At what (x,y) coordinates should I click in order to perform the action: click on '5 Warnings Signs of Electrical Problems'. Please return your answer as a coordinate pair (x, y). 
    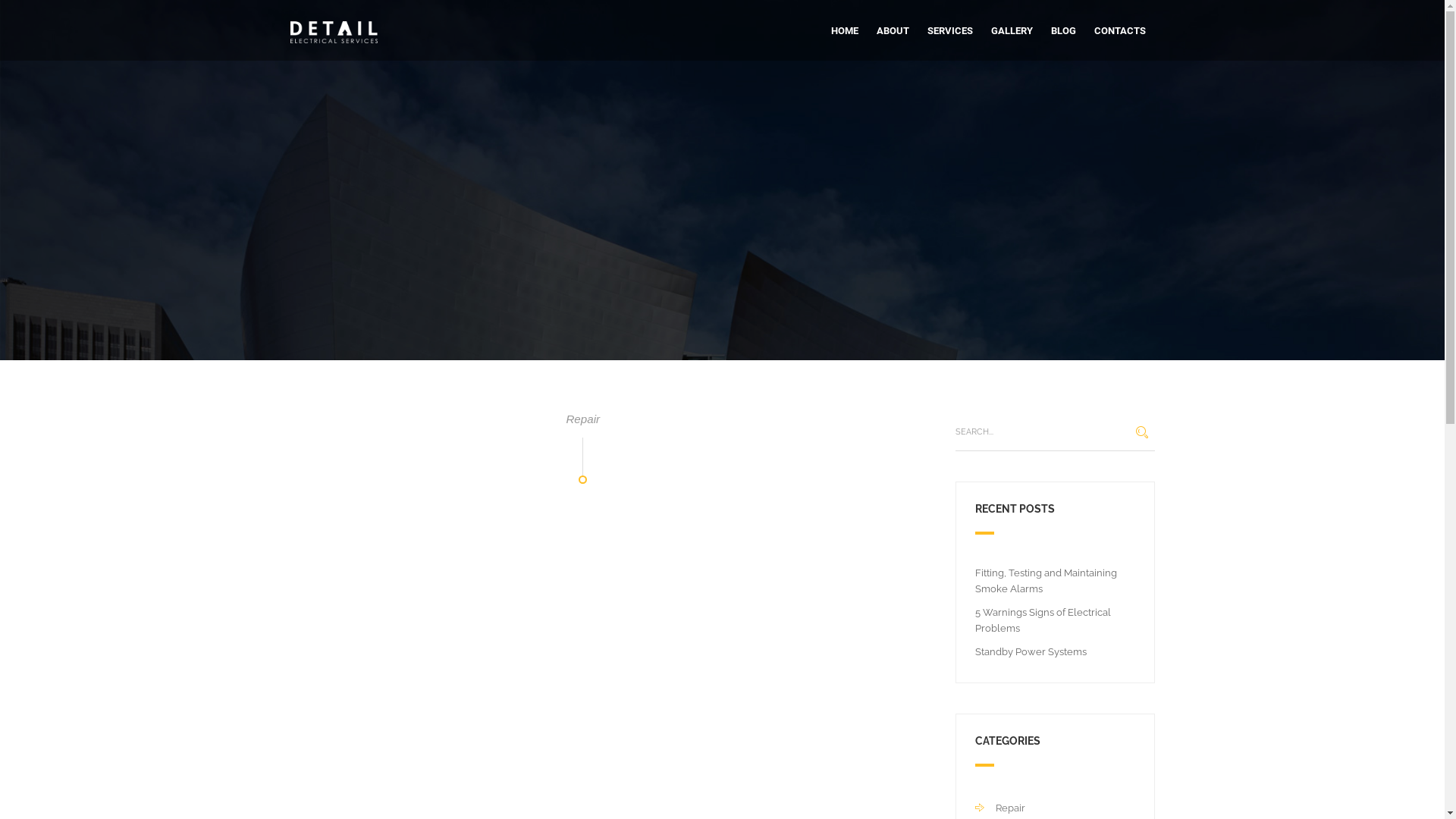
    Looking at the image, I should click on (1042, 620).